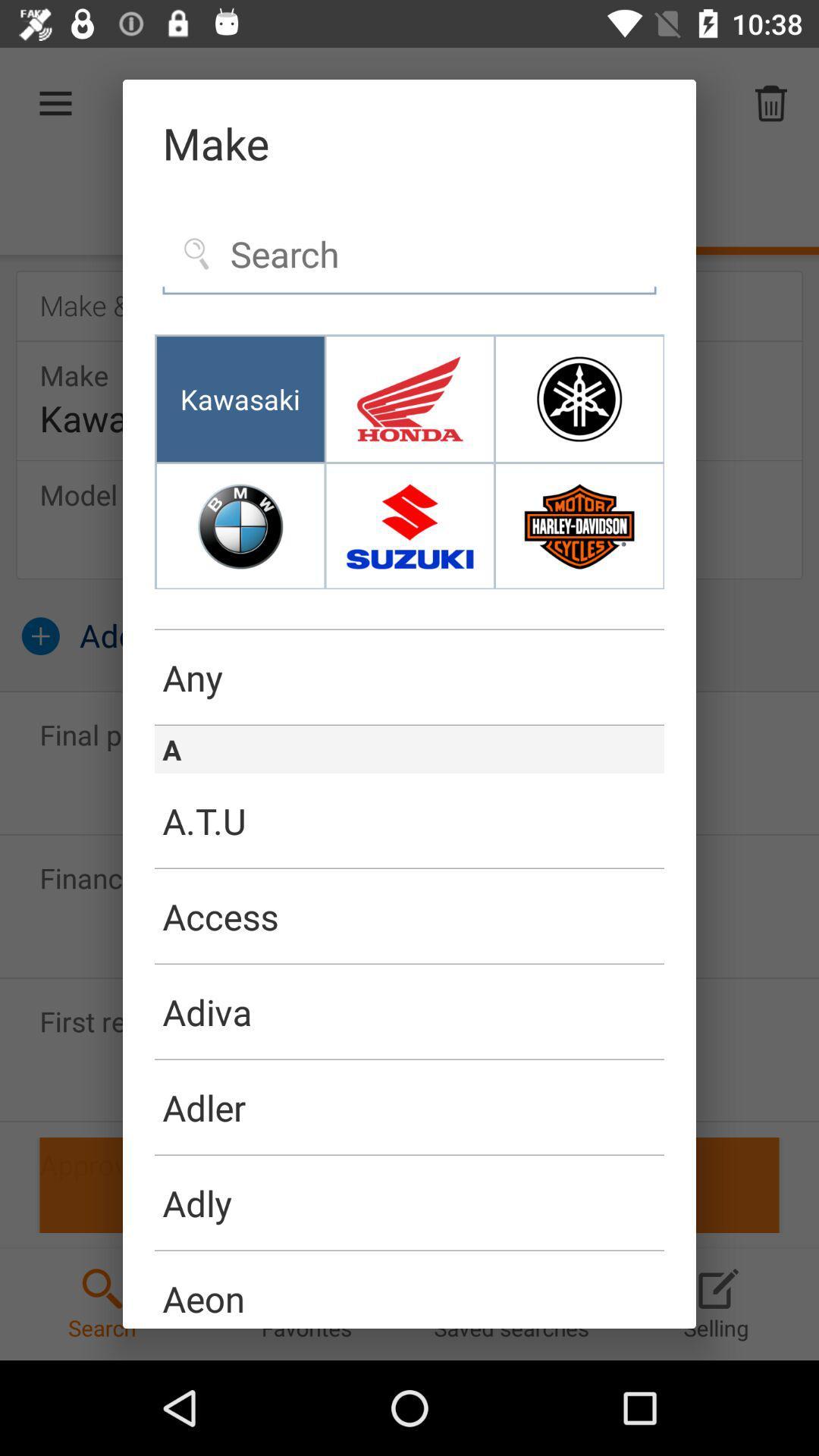 The width and height of the screenshot is (819, 1456). Describe the element at coordinates (409, 821) in the screenshot. I see `the a.t.u item` at that location.